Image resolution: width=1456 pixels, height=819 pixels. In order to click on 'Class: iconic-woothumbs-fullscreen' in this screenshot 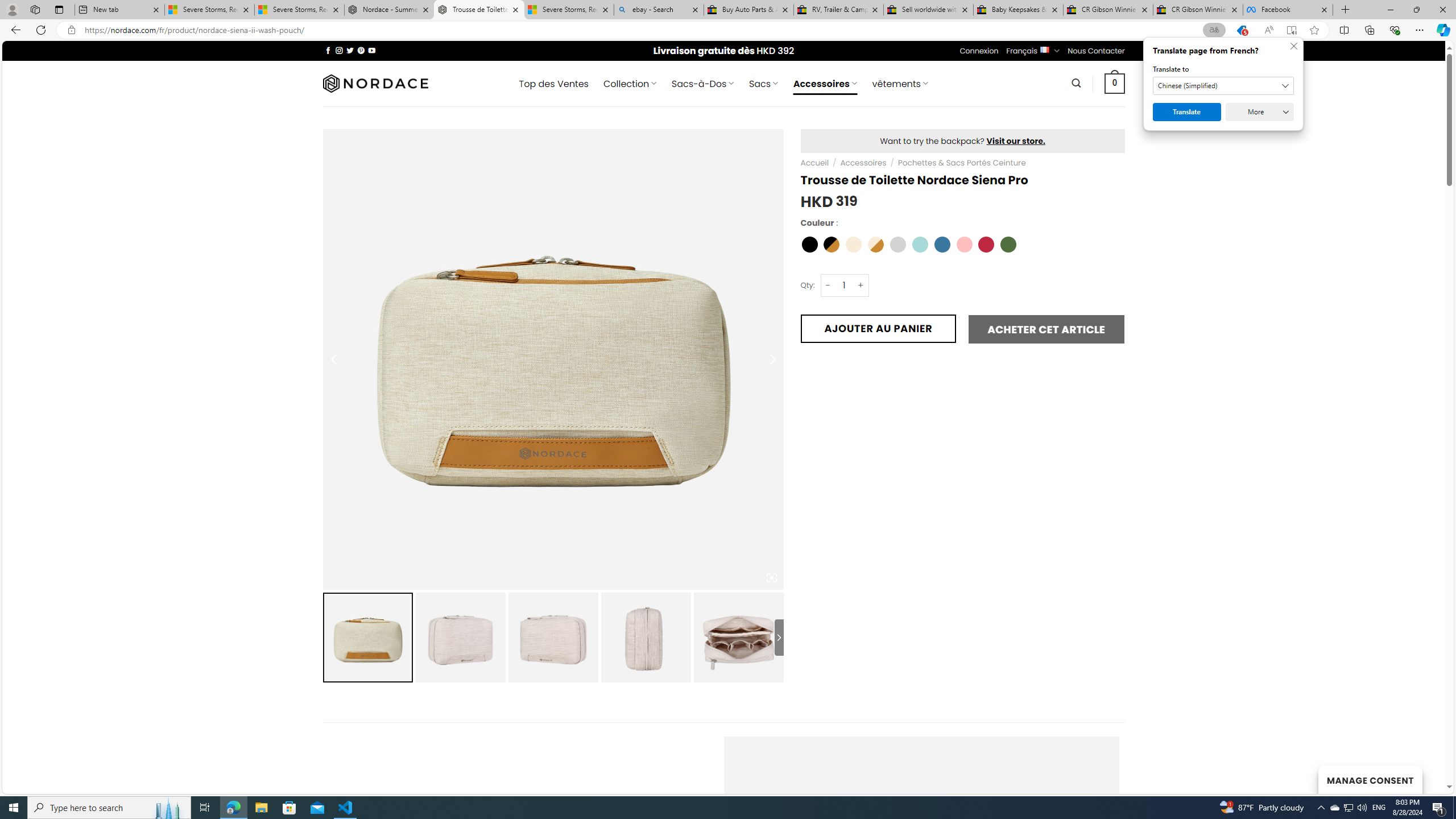, I will do `click(771, 577)`.